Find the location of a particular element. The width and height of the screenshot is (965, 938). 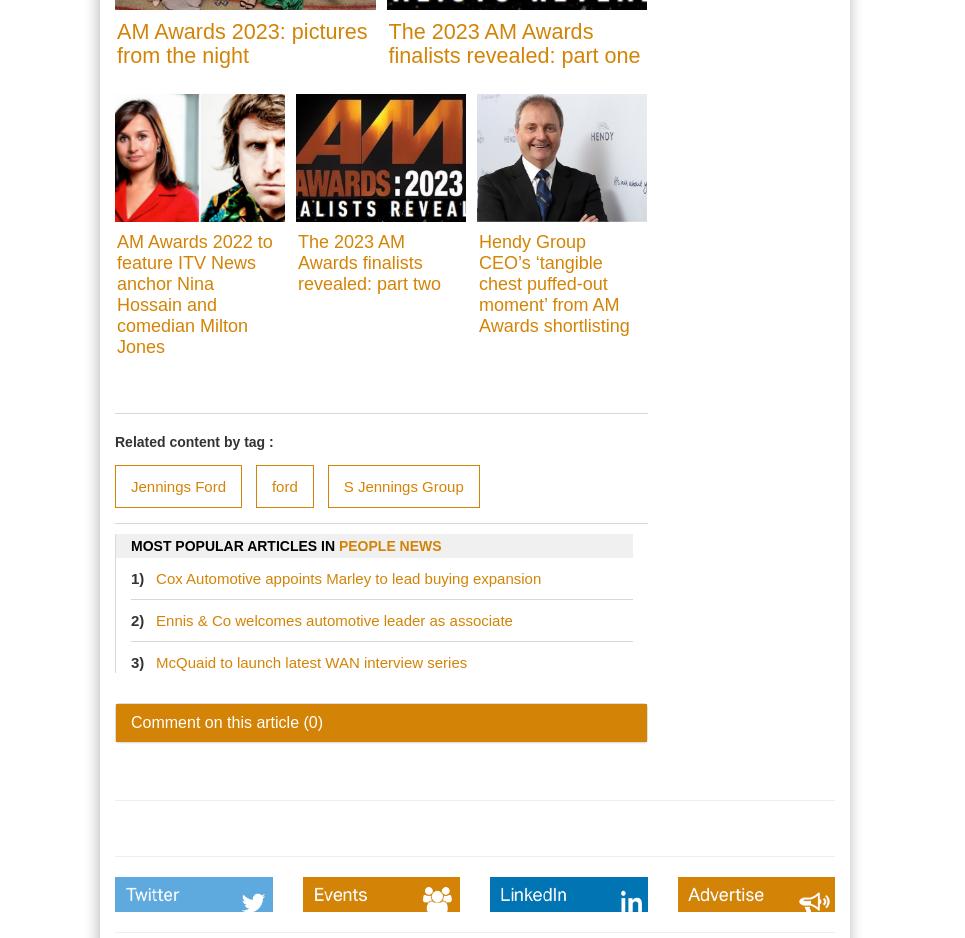

'People News' is located at coordinates (388, 546).